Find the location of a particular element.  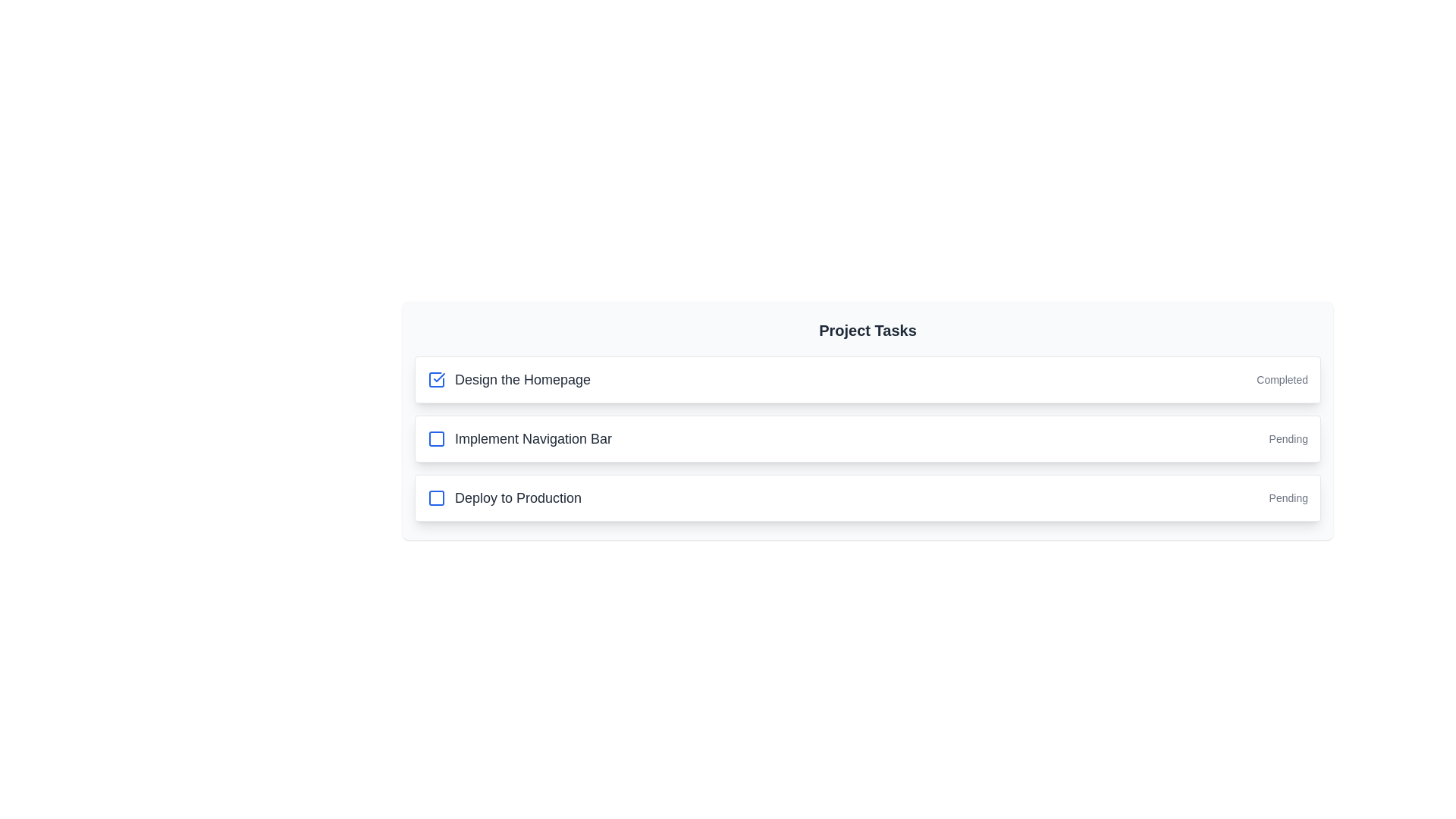

the 'Project Tasks' text header, which is displayed in large, bold, deep gray font at the top center of the task list section is located at coordinates (868, 329).